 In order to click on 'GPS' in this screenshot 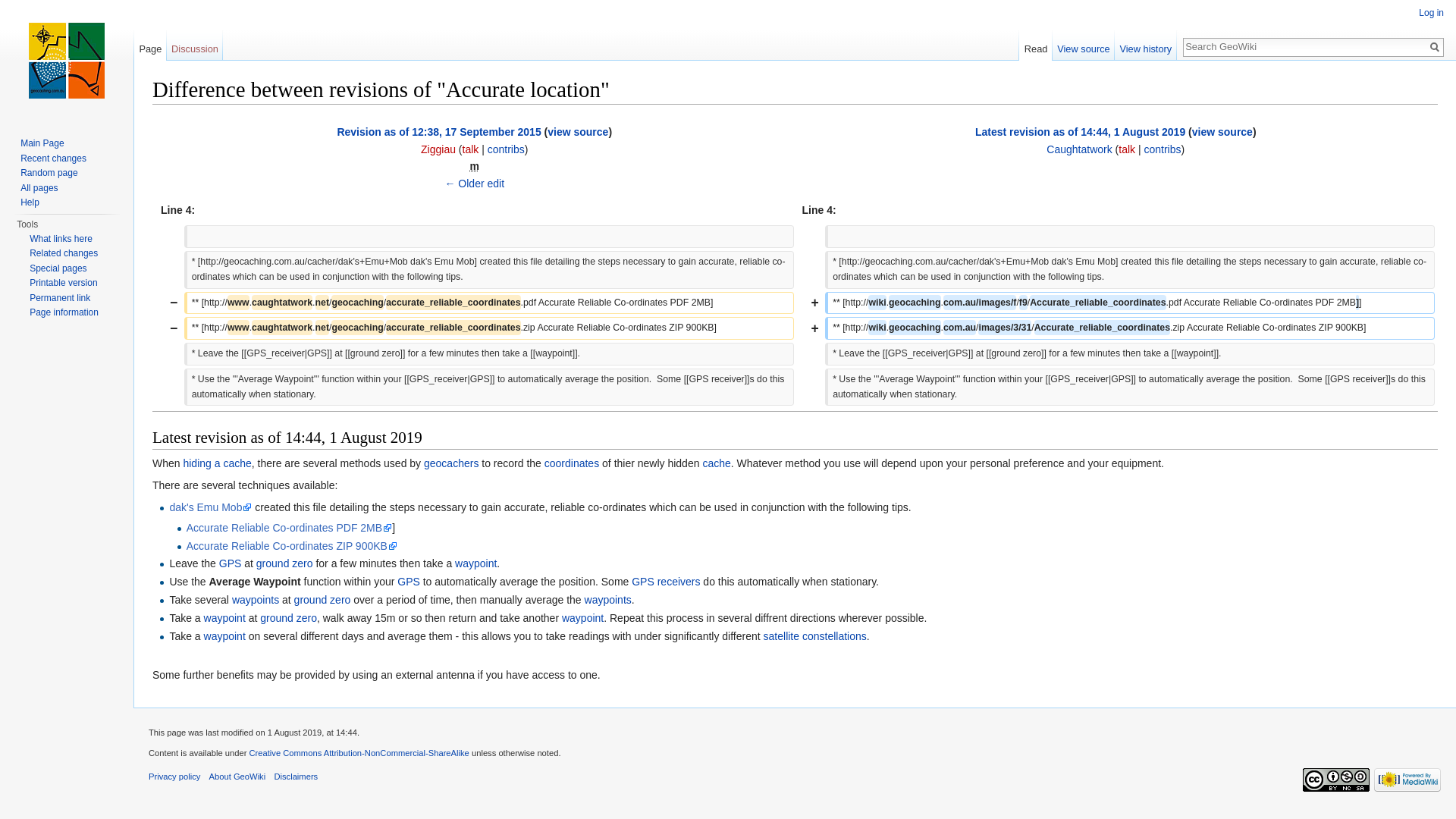, I will do `click(229, 563)`.